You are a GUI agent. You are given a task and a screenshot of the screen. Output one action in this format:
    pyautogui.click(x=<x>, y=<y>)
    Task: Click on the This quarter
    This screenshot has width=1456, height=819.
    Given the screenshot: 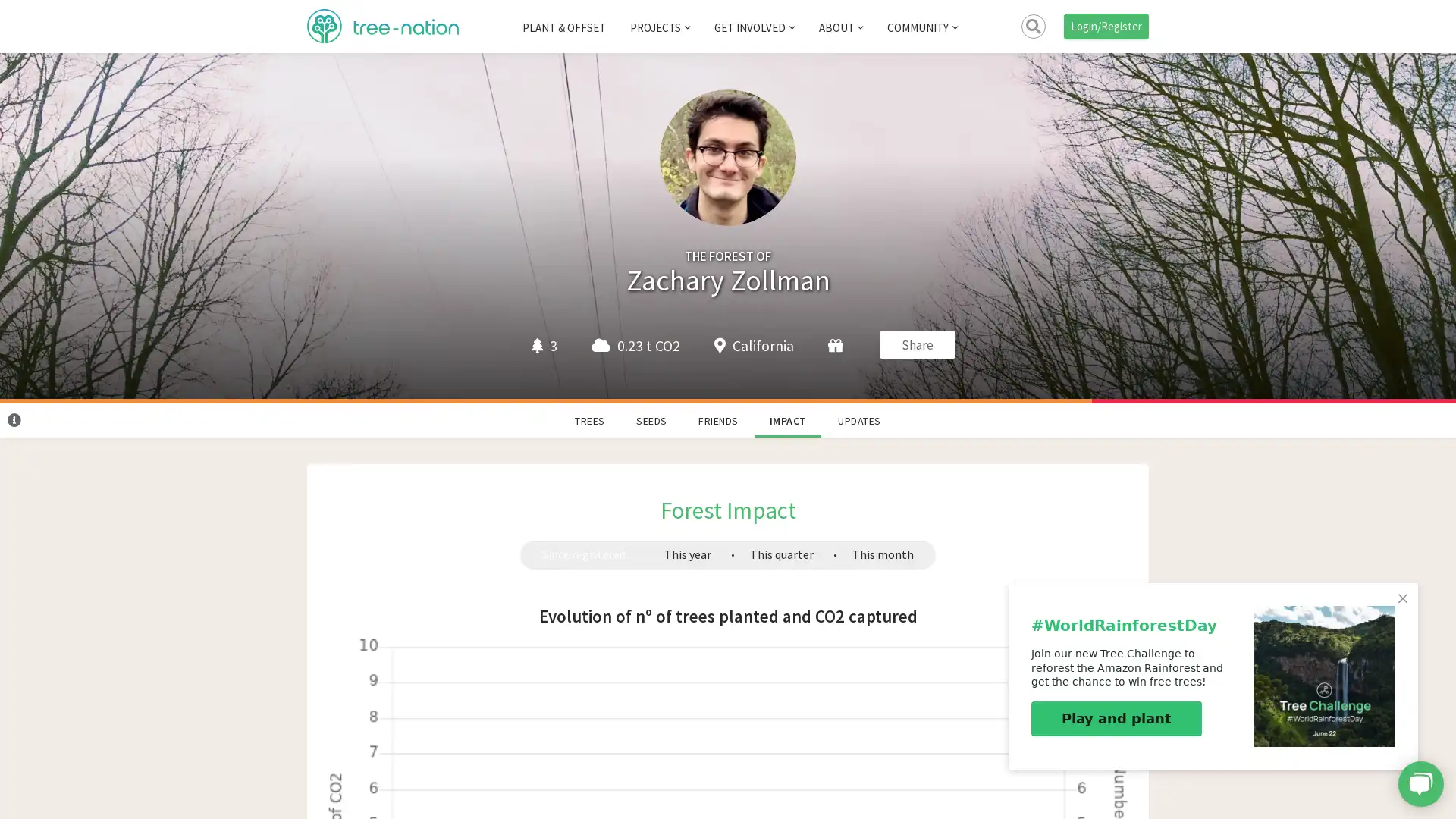 What is the action you would take?
    pyautogui.click(x=781, y=554)
    